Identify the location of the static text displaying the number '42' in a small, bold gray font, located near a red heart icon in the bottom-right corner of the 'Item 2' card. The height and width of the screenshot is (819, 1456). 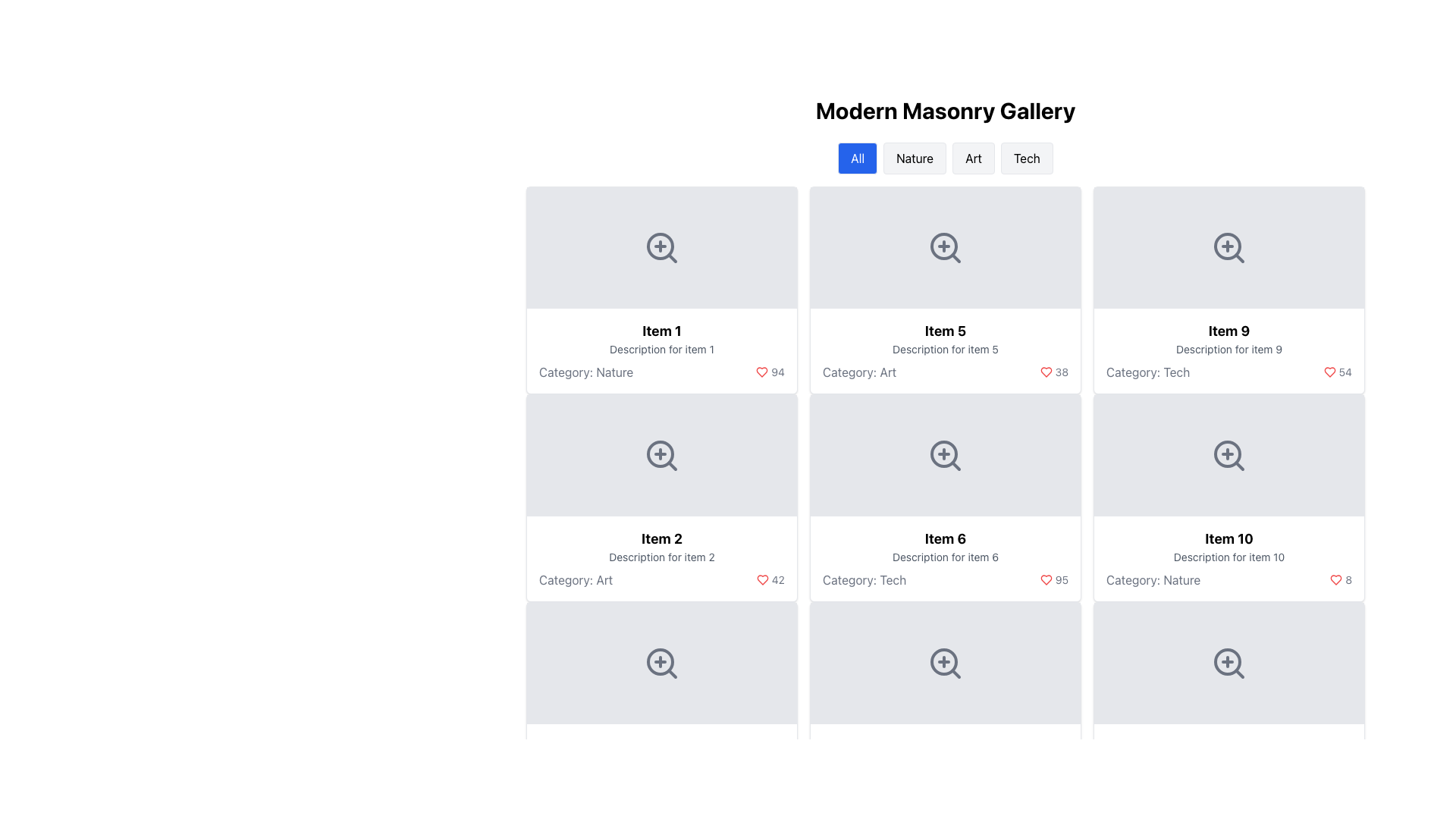
(778, 579).